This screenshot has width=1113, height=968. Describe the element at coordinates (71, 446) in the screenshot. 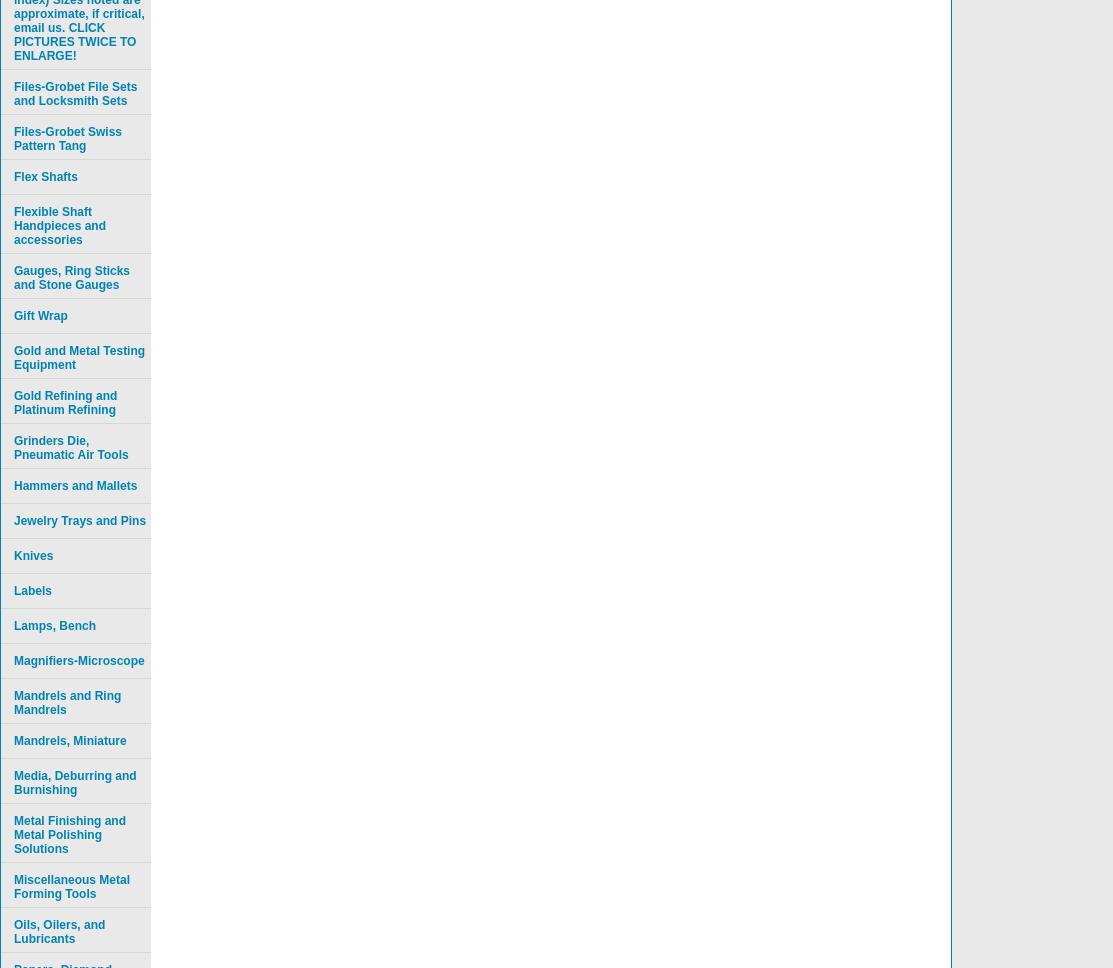

I see `'Grinders Die, Pneumatic Air Tools'` at that location.